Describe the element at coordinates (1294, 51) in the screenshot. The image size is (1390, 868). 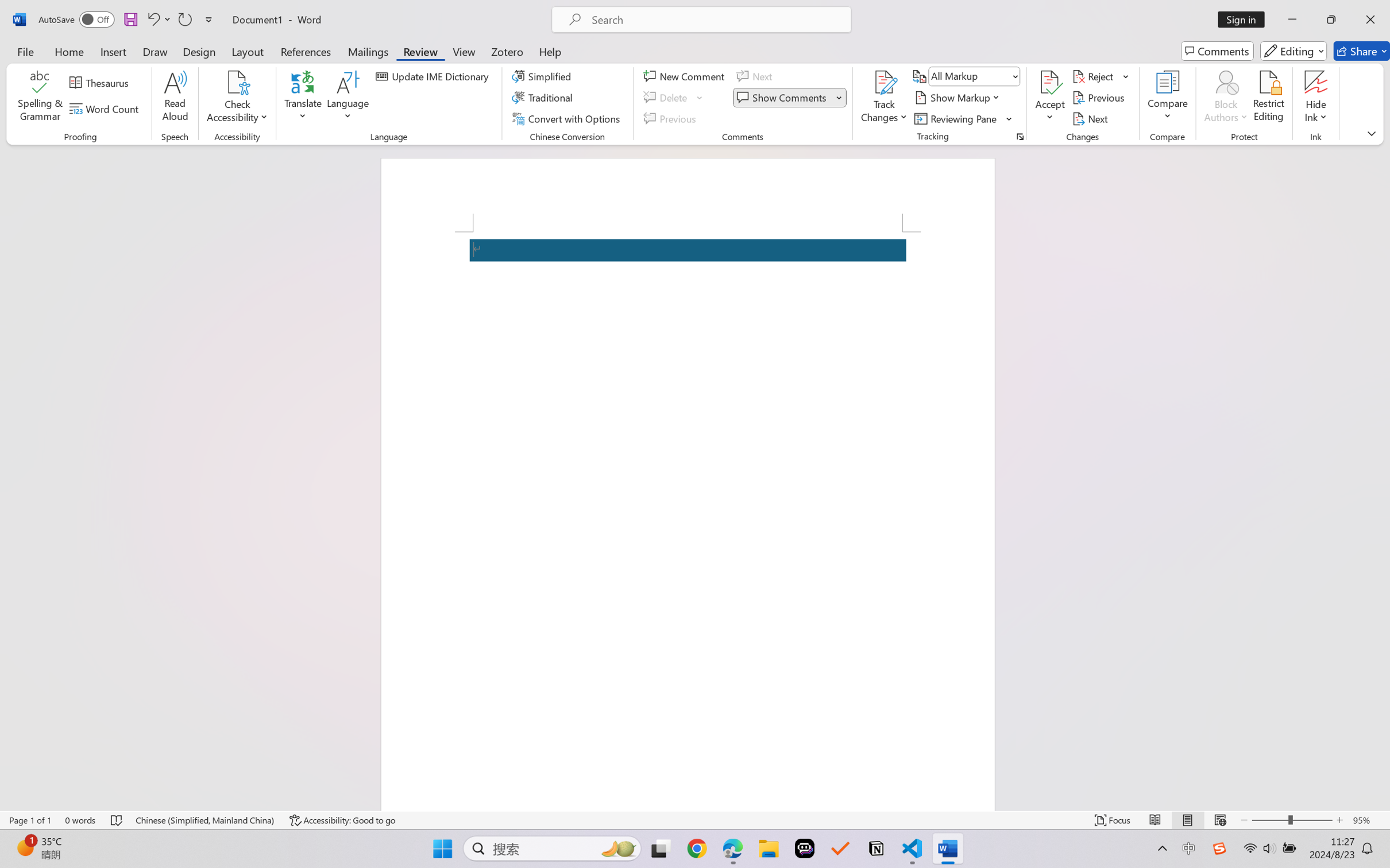
I see `'Editing'` at that location.